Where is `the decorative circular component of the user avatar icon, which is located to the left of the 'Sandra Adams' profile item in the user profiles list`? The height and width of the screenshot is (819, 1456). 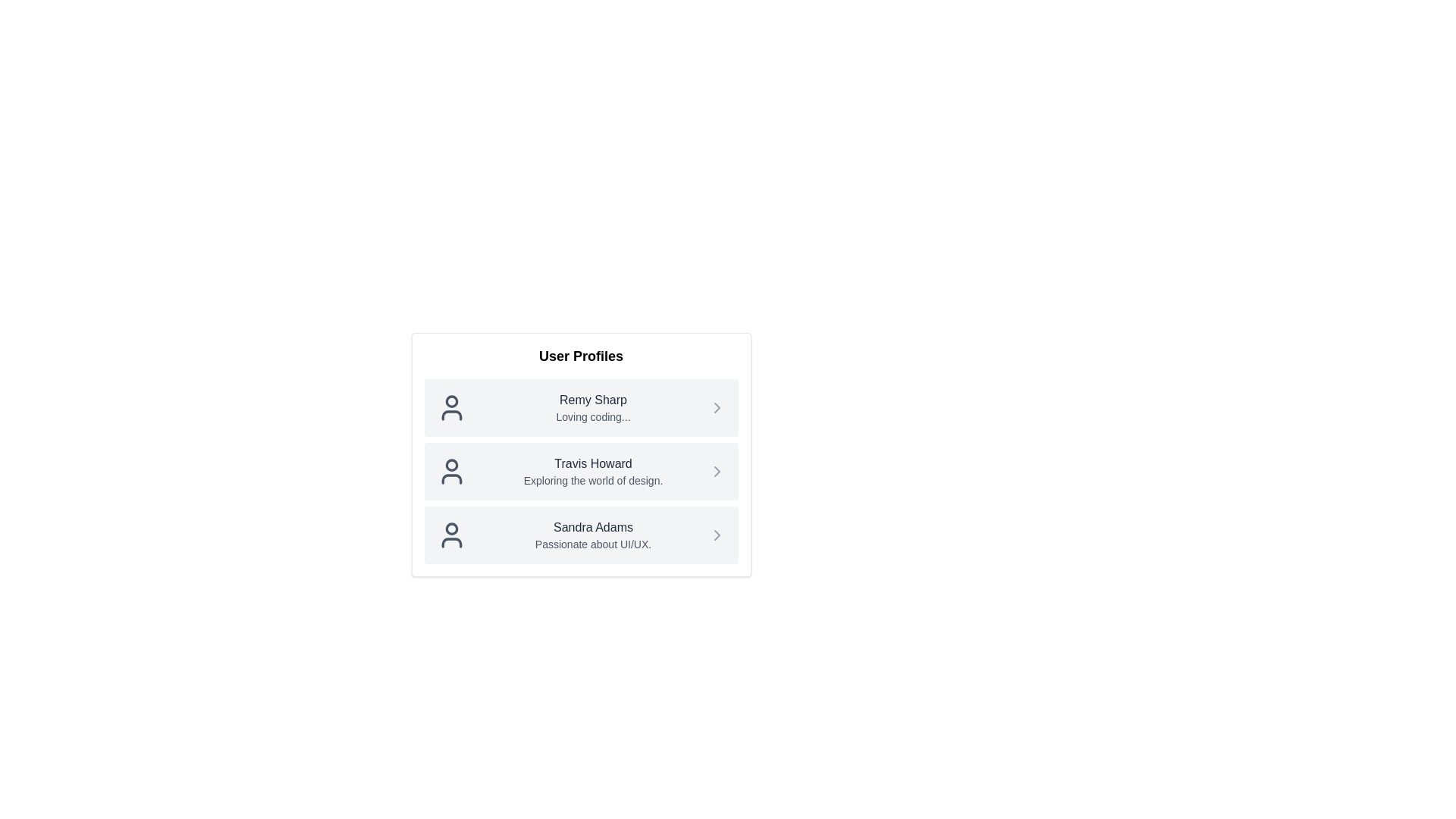 the decorative circular component of the user avatar icon, which is located to the left of the 'Sandra Adams' profile item in the user profiles list is located at coordinates (450, 528).